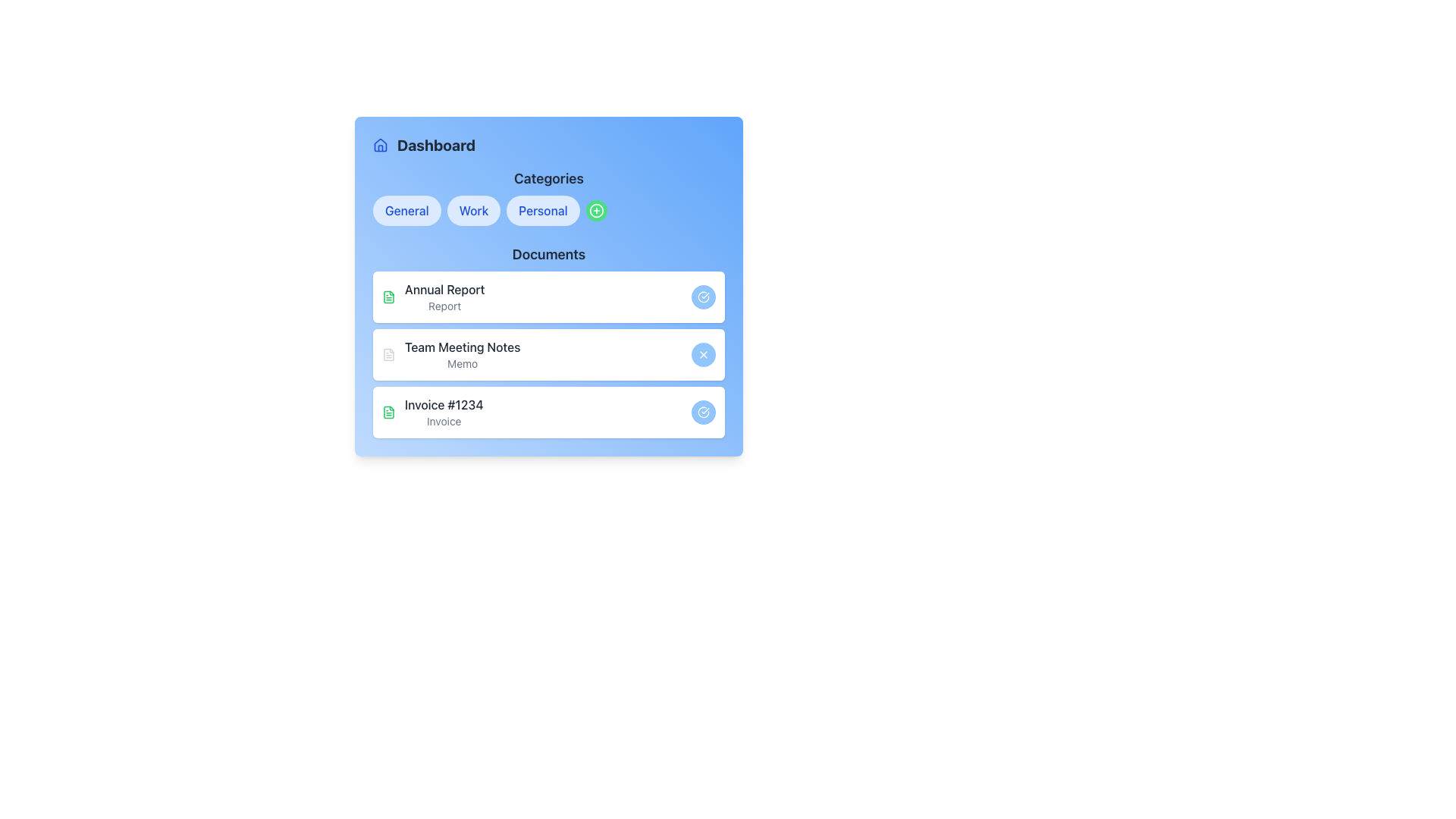  What do you see at coordinates (548, 412) in the screenshot?
I see `the composite card widget representing an invoice located in the 'Documents' section to interact with it` at bounding box center [548, 412].